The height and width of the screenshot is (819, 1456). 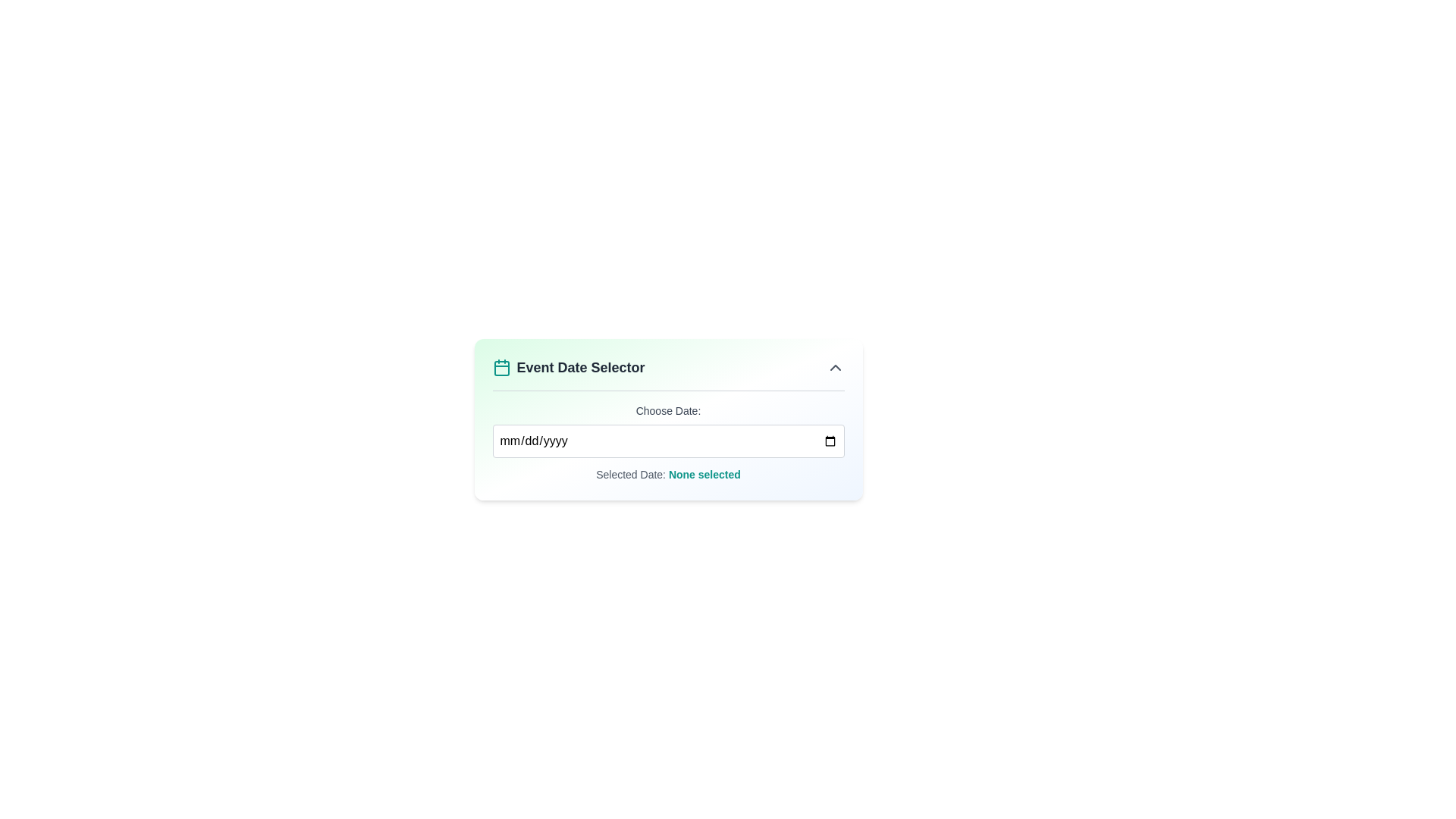 I want to click on the chevron-up icon styled in dark gray located on the far right of the 'Event Date Selector' component for visual feedback, so click(x=834, y=368).